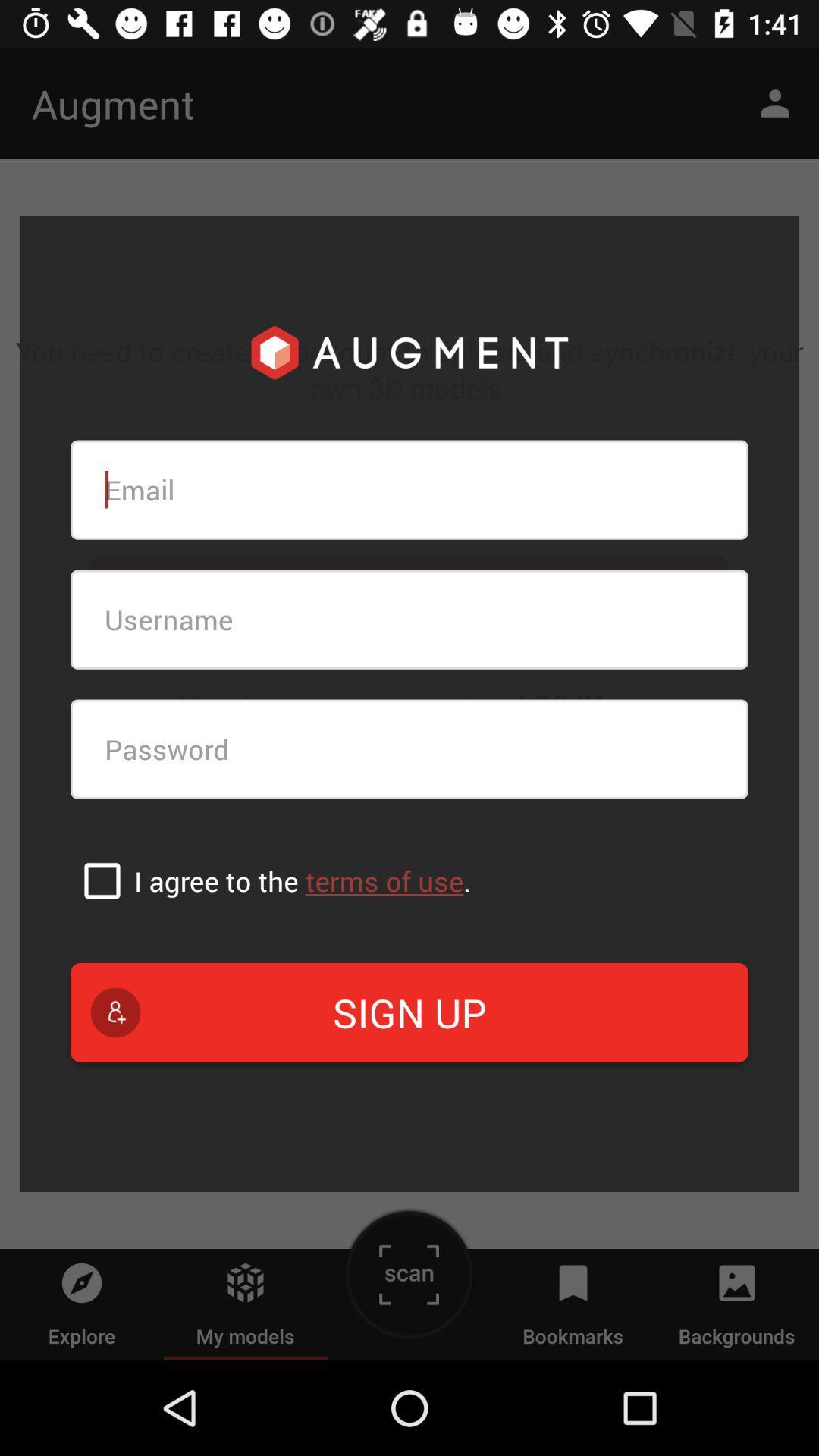 The height and width of the screenshot is (1456, 819). What do you see at coordinates (409, 1012) in the screenshot?
I see `sign up item` at bounding box center [409, 1012].